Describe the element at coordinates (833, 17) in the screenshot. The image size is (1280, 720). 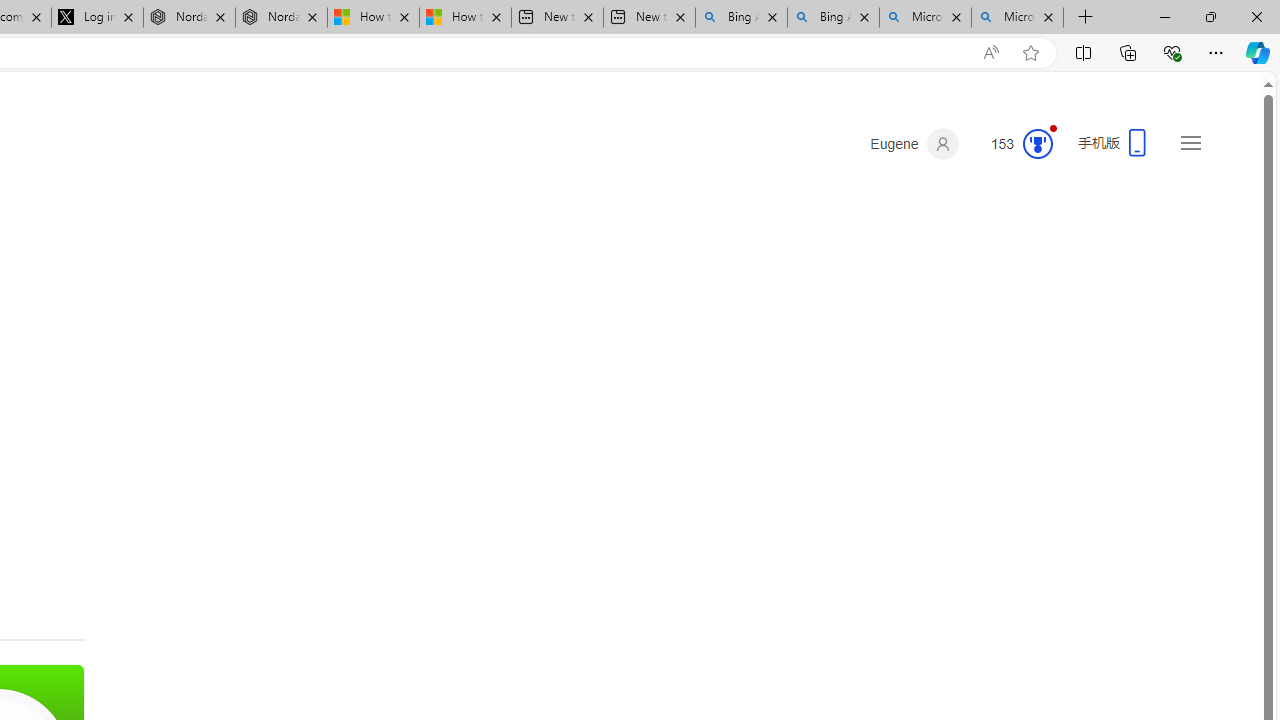
I see `'Bing AI - Search'` at that location.